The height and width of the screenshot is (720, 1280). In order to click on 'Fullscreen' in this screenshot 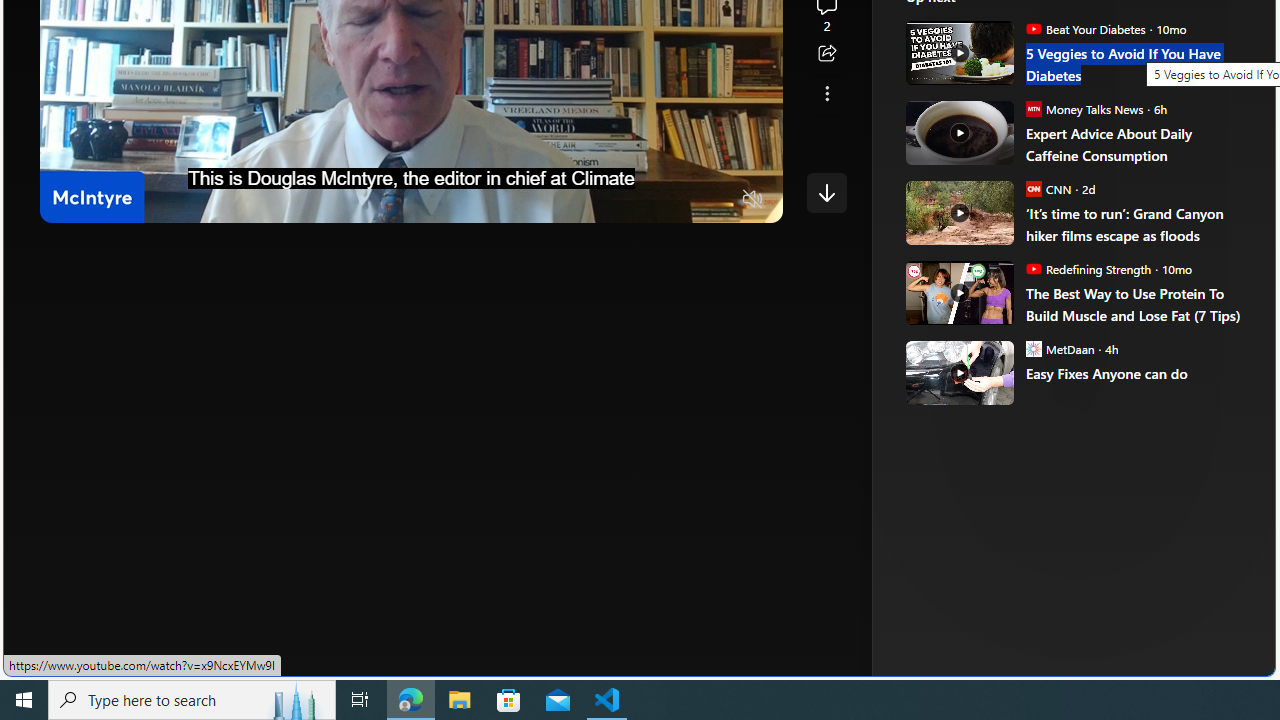, I will do `click(714, 200)`.